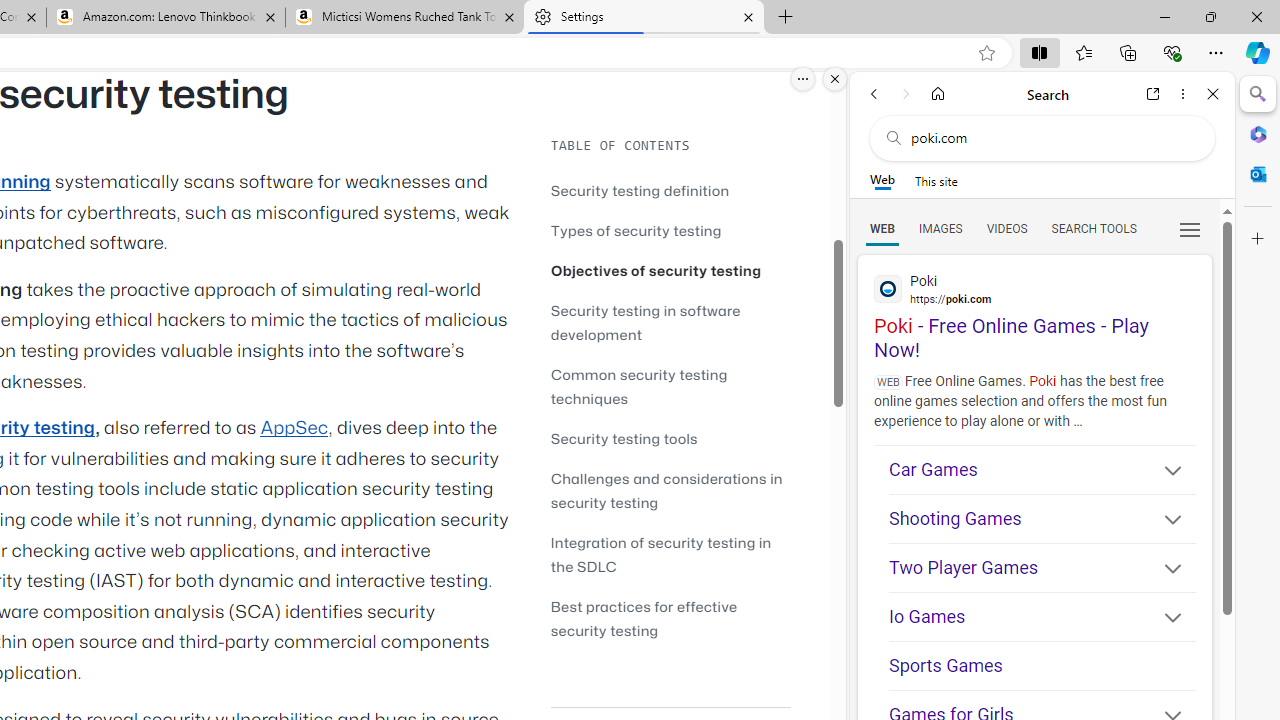 The image size is (1280, 720). Describe the element at coordinates (293, 427) in the screenshot. I see `'AppSec'` at that location.